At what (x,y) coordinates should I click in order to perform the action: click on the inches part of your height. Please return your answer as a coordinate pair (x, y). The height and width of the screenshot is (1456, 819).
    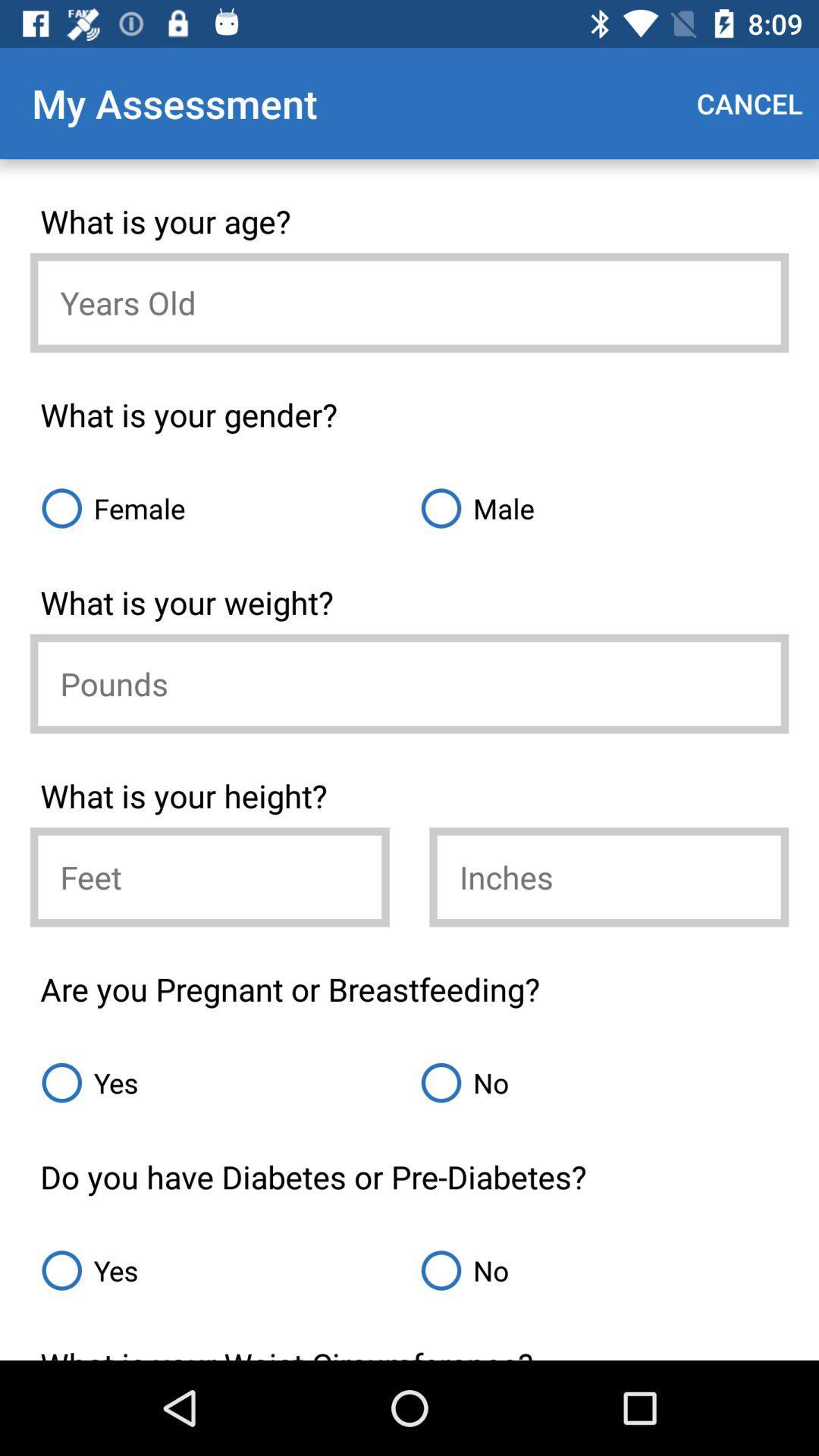
    Looking at the image, I should click on (608, 877).